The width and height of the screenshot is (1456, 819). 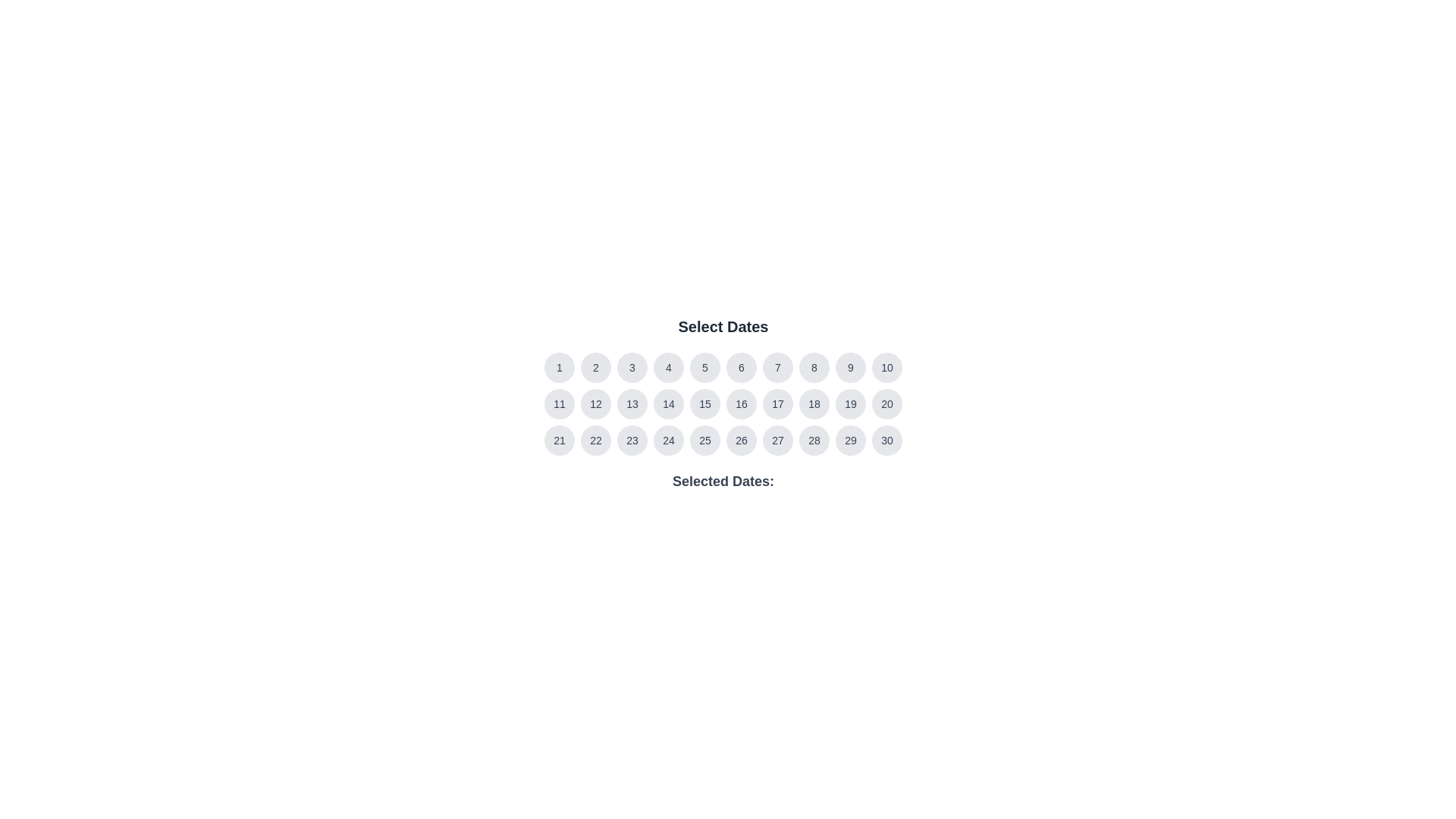 I want to click on the button for selecting the 28th date in the calendar interface, so click(x=814, y=441).